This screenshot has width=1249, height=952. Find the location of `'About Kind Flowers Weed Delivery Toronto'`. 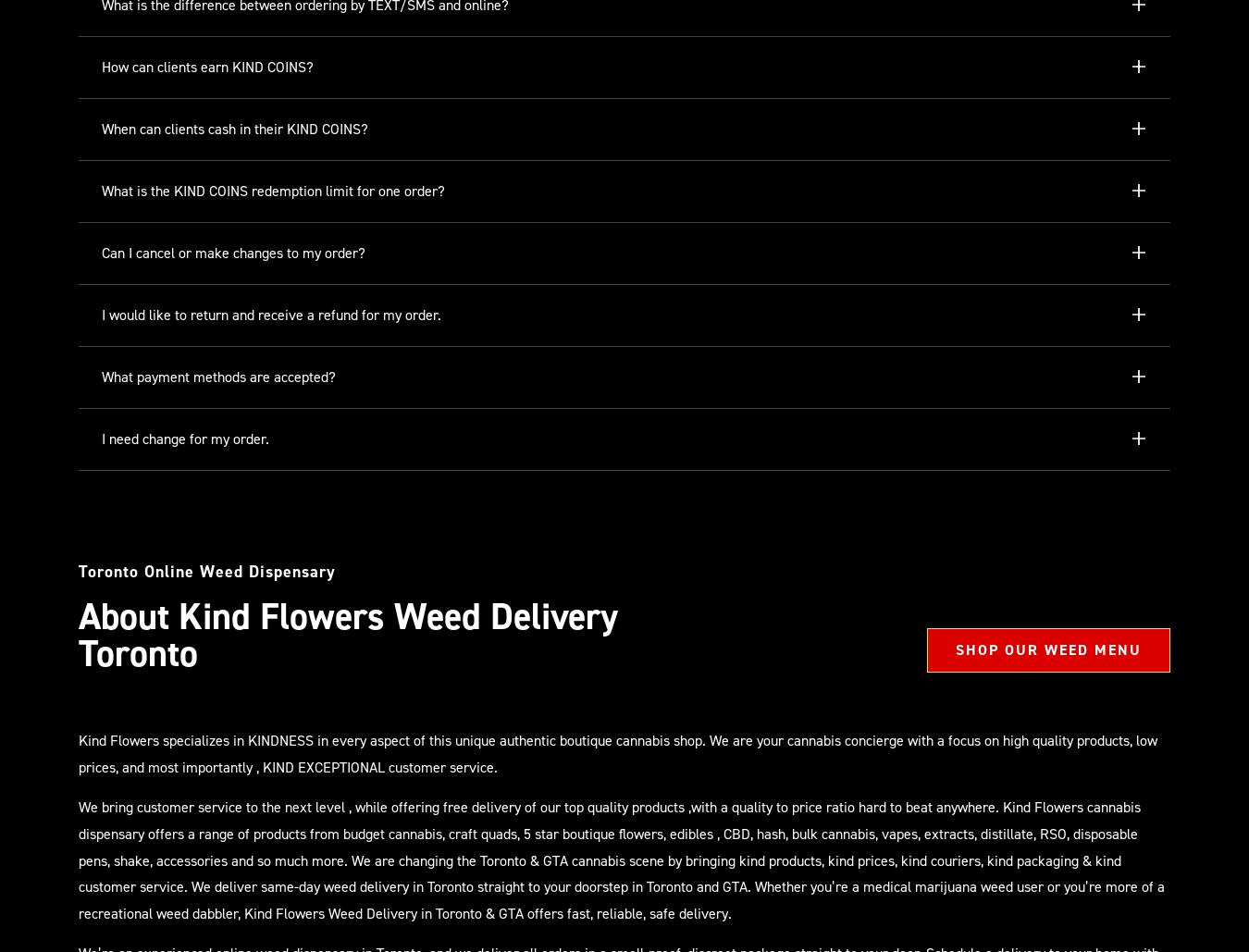

'About Kind Flowers Weed Delivery Toronto' is located at coordinates (348, 634).